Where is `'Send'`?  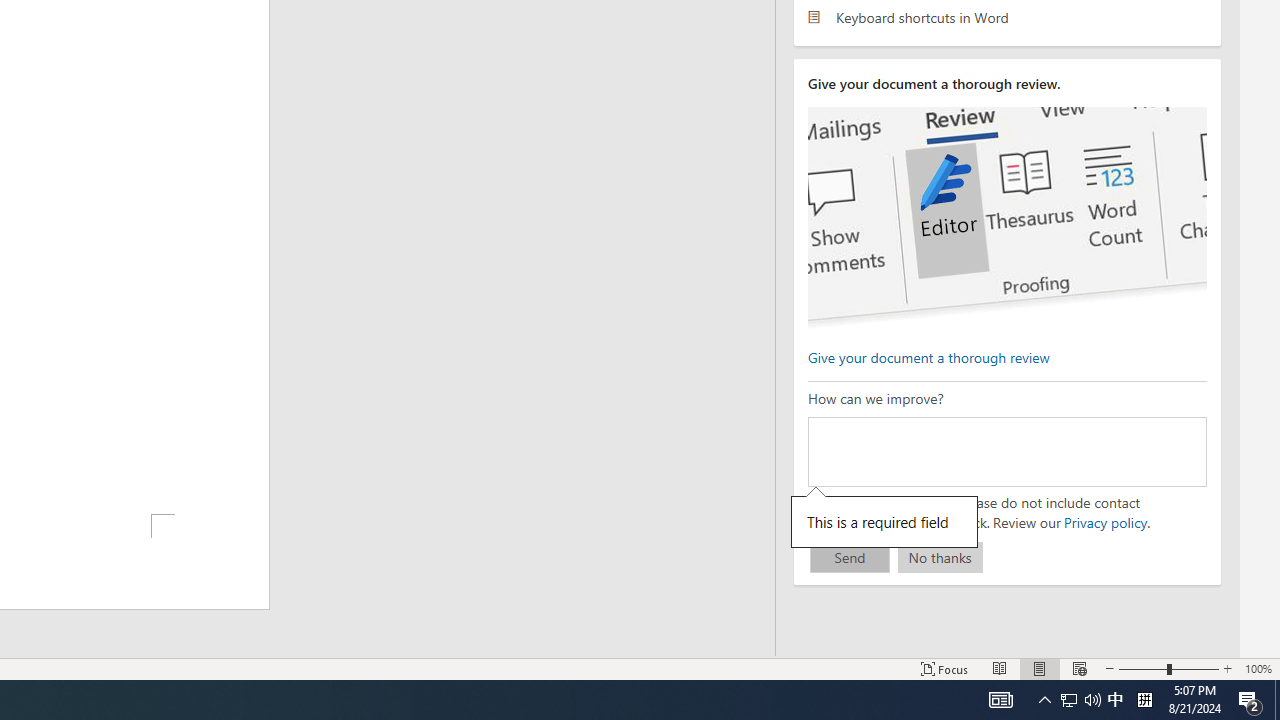
'Send' is located at coordinates (849, 557).